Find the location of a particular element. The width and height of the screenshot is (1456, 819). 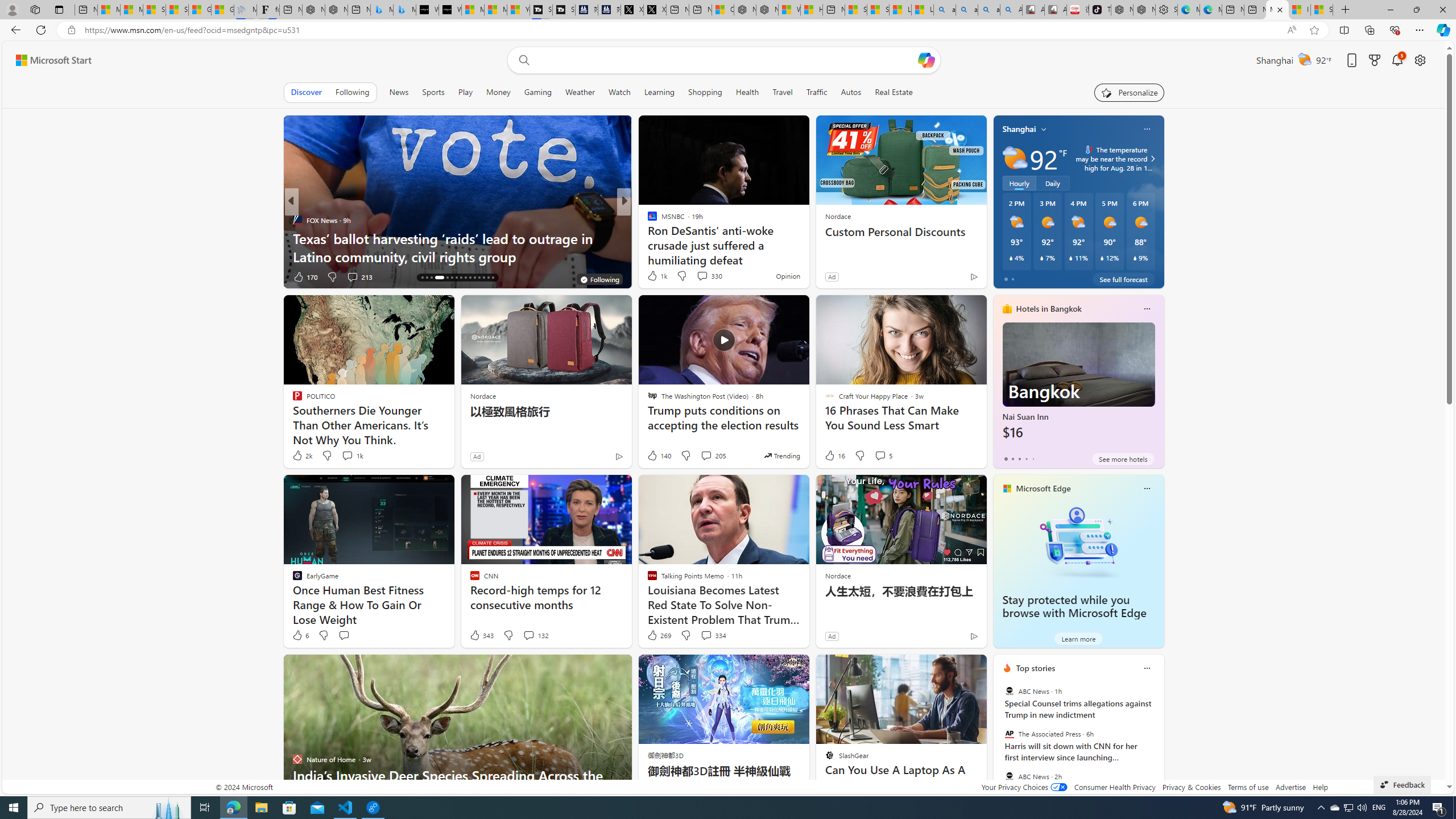

'Gaming' is located at coordinates (537, 92).